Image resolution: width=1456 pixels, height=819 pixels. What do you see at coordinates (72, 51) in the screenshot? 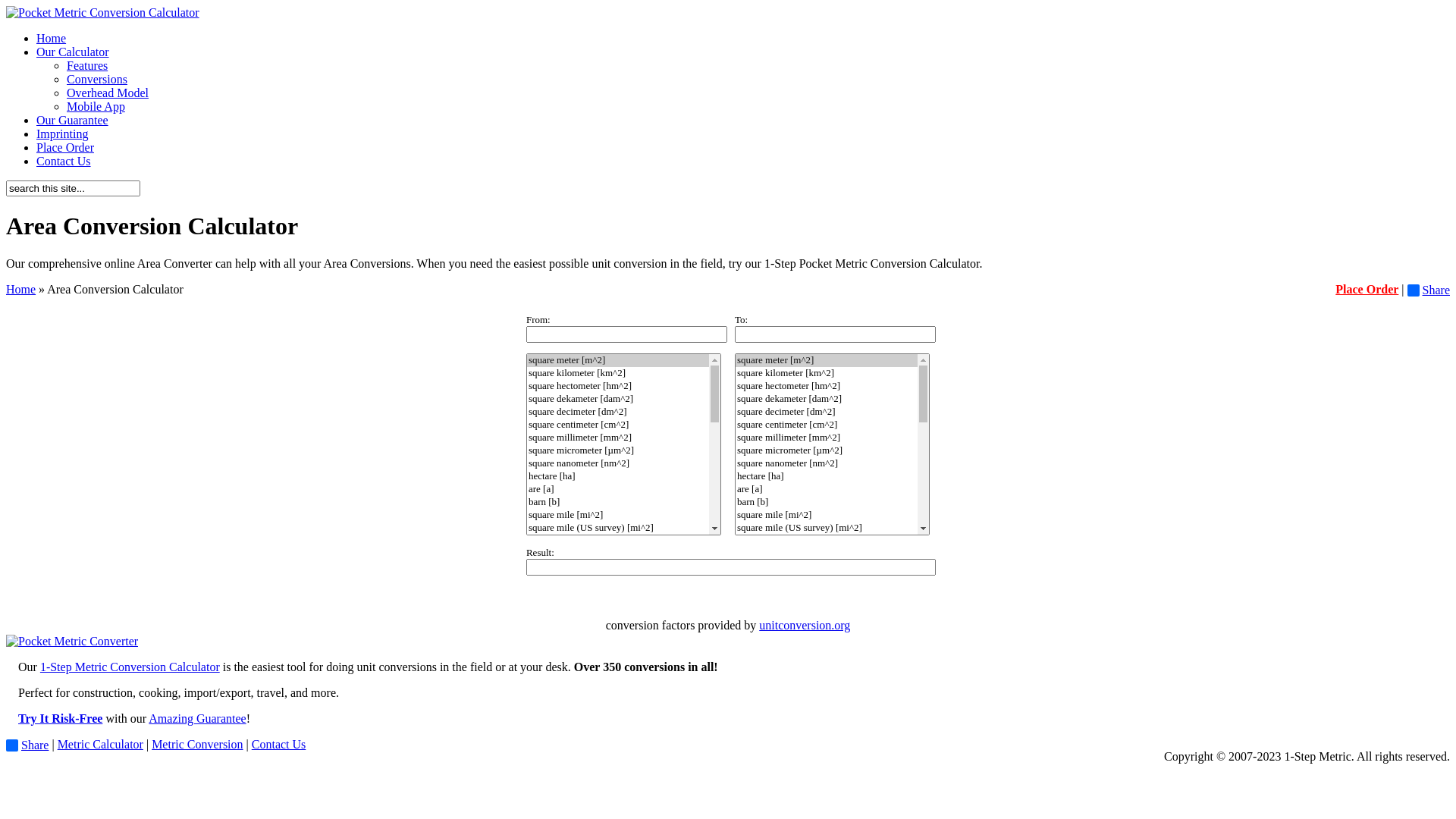
I see `'Our Calculator'` at bounding box center [72, 51].